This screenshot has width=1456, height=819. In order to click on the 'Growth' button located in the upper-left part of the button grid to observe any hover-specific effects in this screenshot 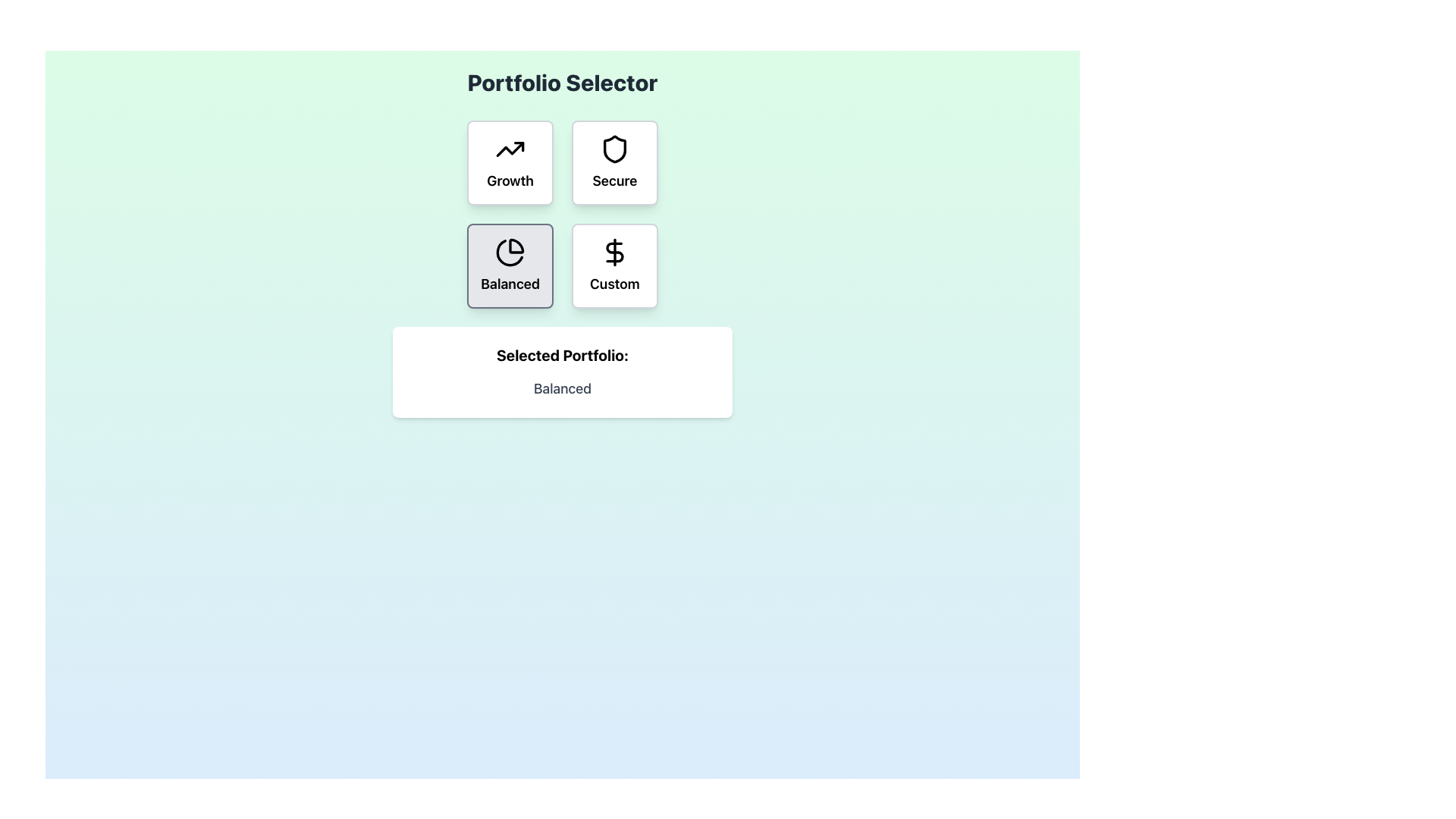, I will do `click(510, 163)`.